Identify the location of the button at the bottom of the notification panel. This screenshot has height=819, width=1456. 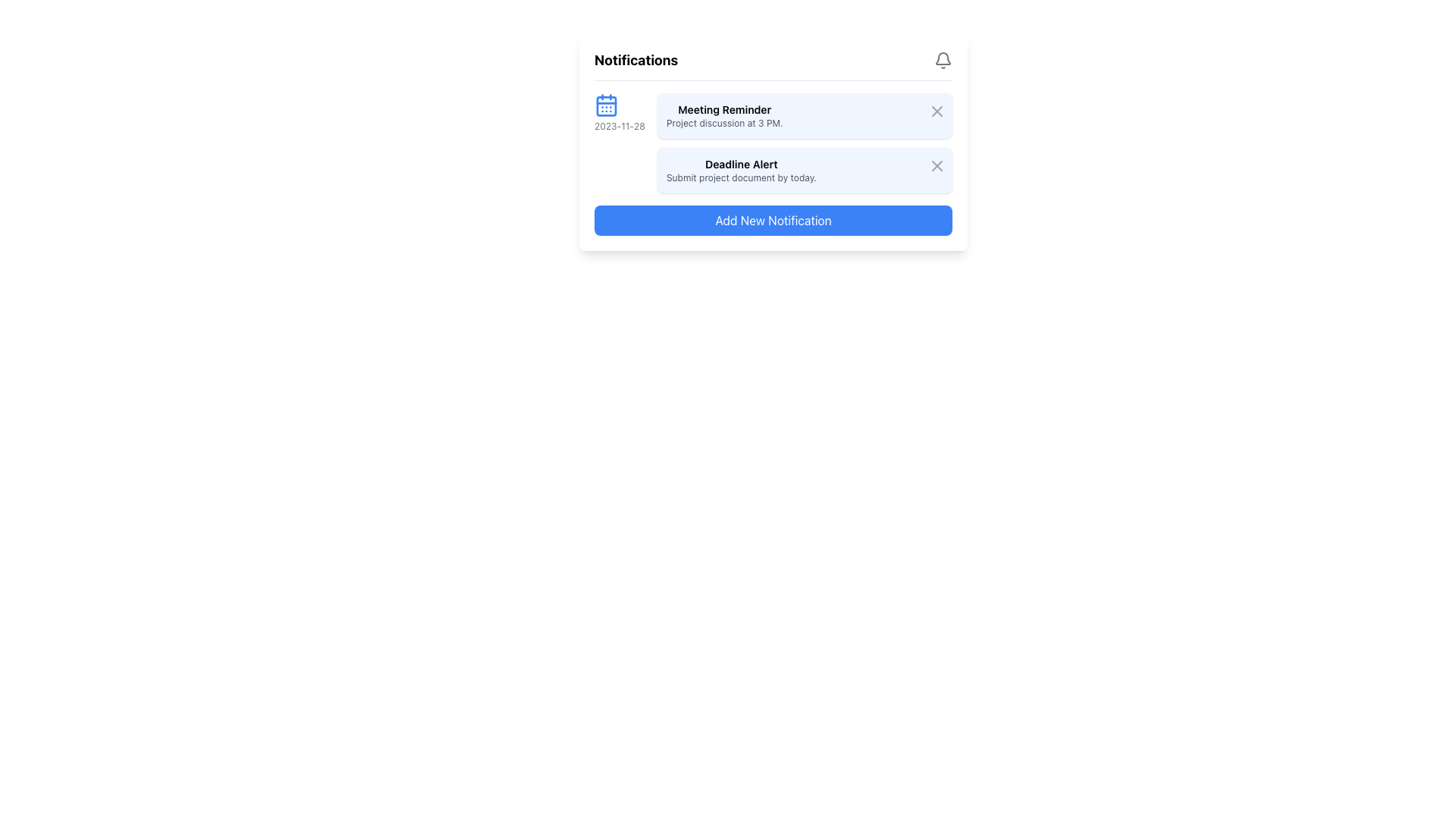
(773, 220).